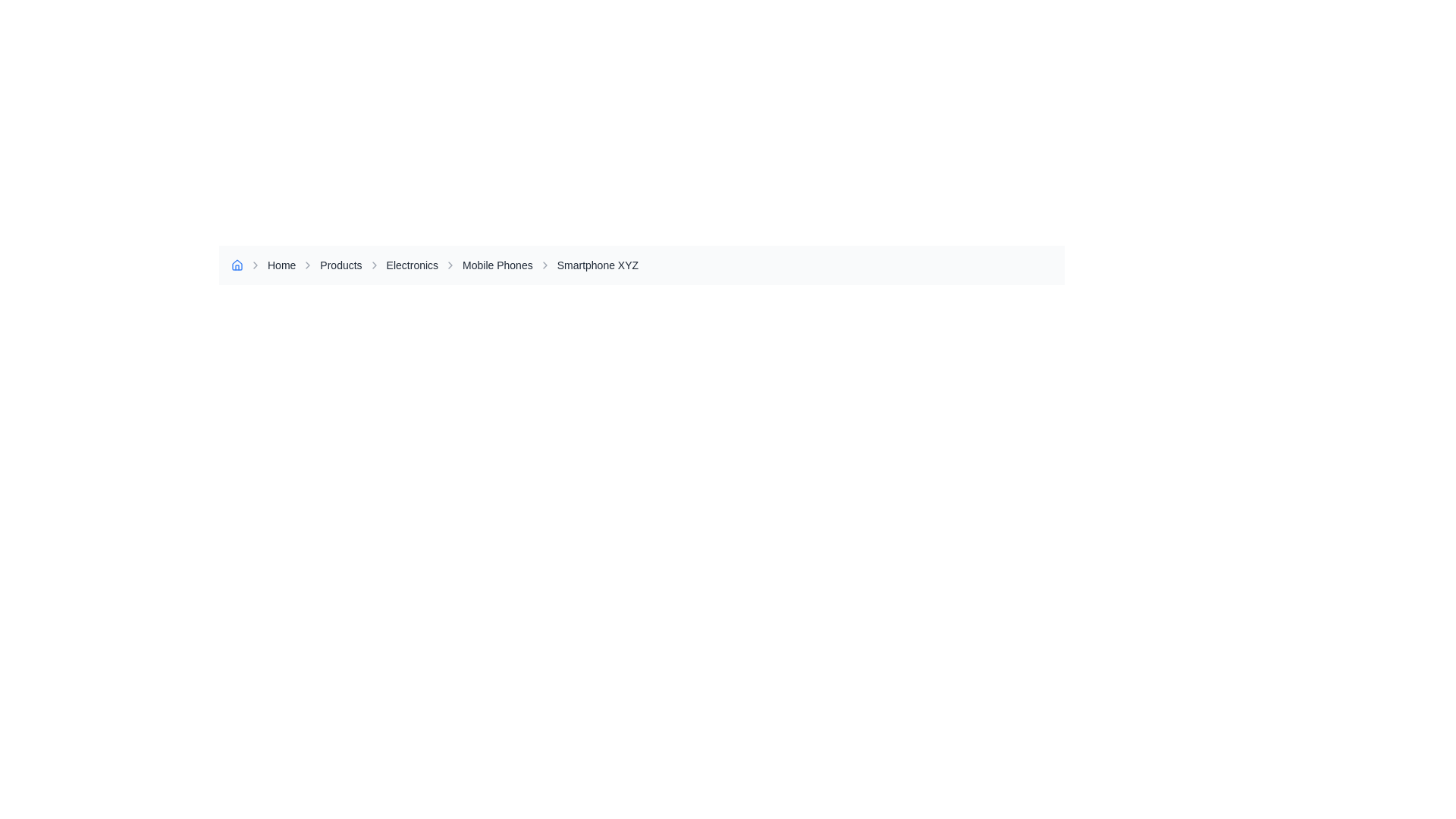 The height and width of the screenshot is (819, 1456). What do you see at coordinates (488, 265) in the screenshot?
I see `the navigational link in the breadcrumb that redirects to the 'Mobile Phones' page, located as the fourth item after 'Home', 'Products', and 'Electronics'` at bounding box center [488, 265].